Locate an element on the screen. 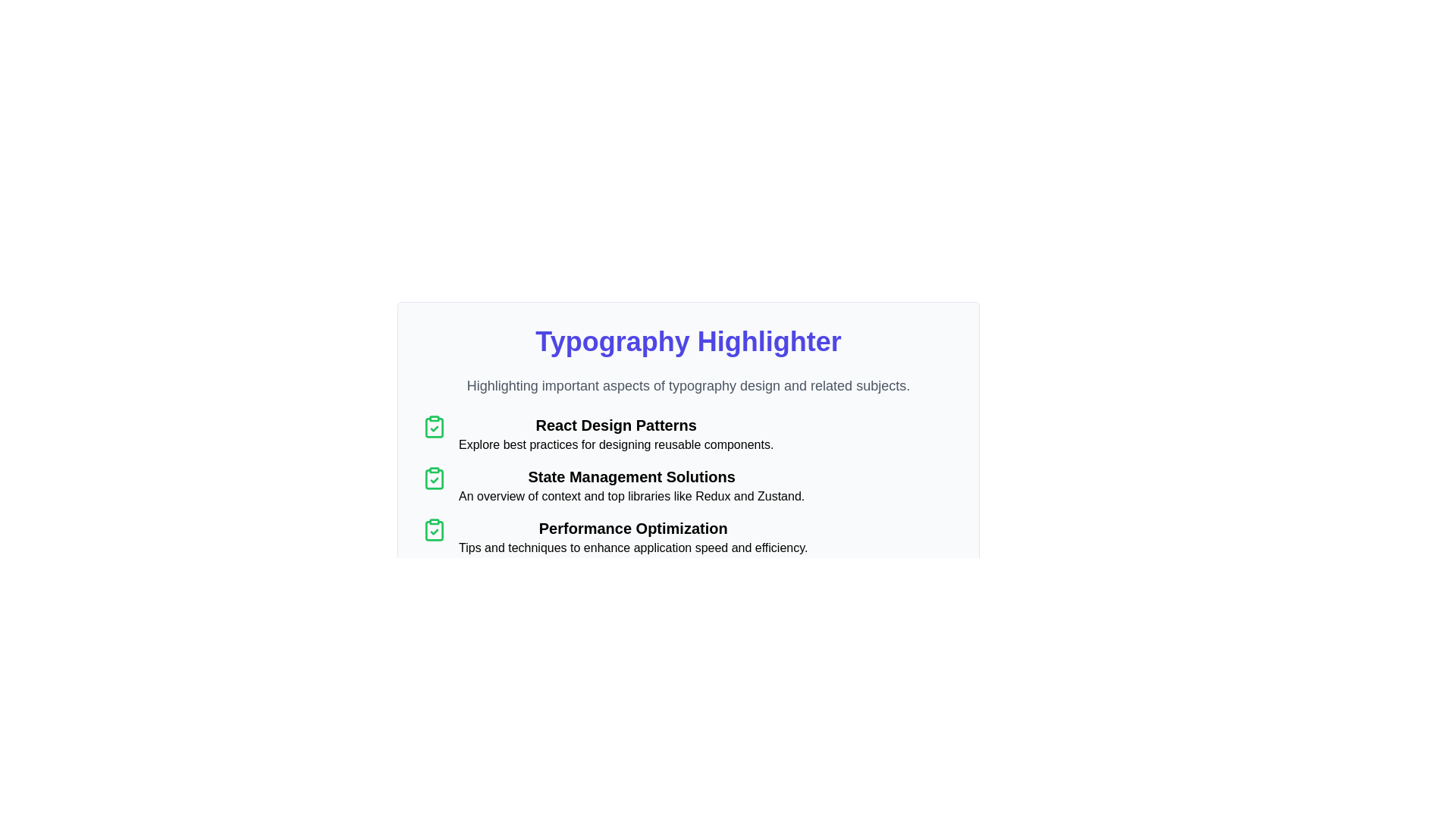 This screenshot has height=819, width=1456. the 'Performance Optimization' text description block, which features two lines of text, with the first line in emphasized font and positioned below the 'State Management Solutions' section is located at coordinates (633, 537).